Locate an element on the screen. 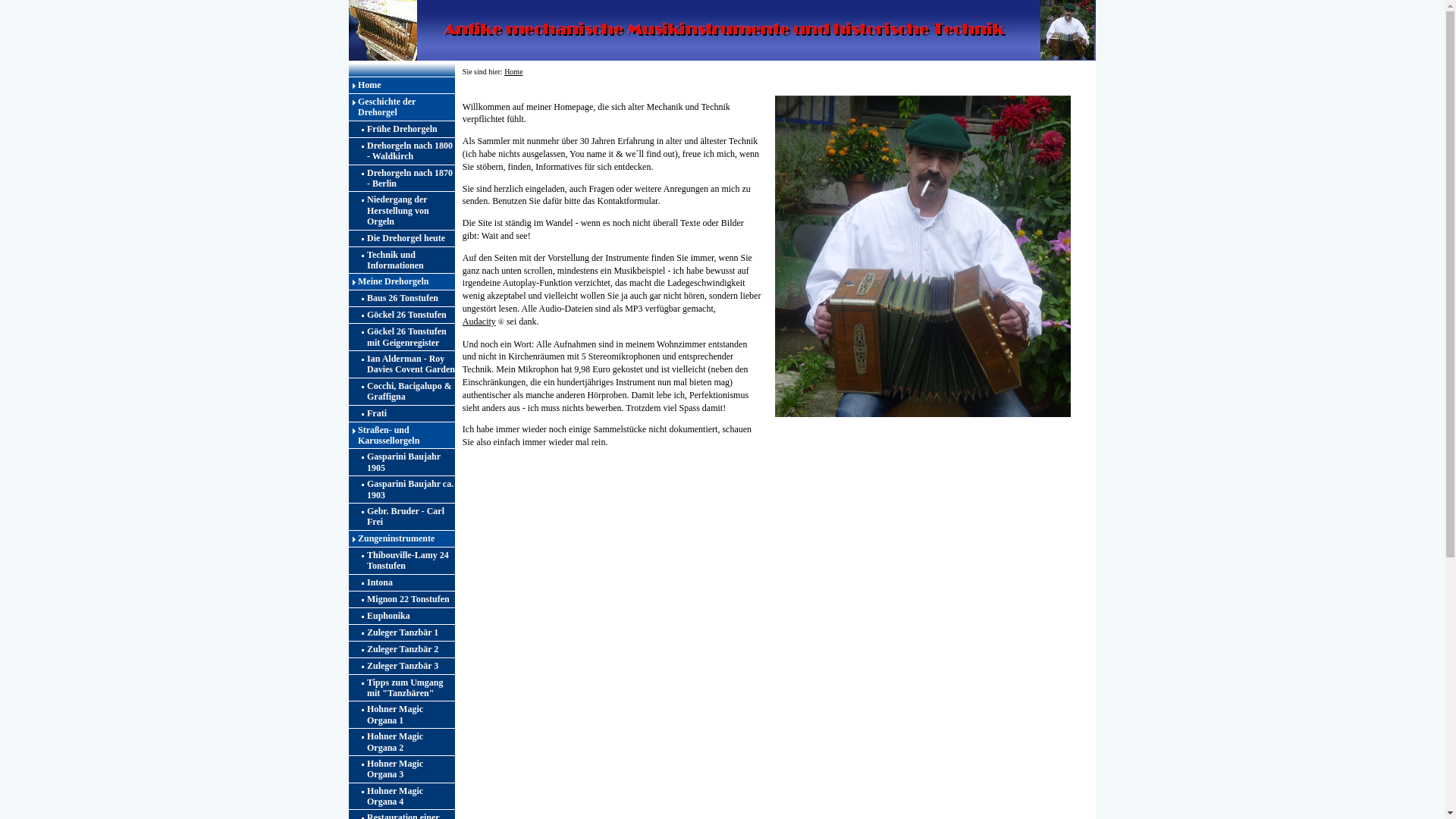 The width and height of the screenshot is (1456, 819). 'Hohner Magic Organa 2' is located at coordinates (348, 741).